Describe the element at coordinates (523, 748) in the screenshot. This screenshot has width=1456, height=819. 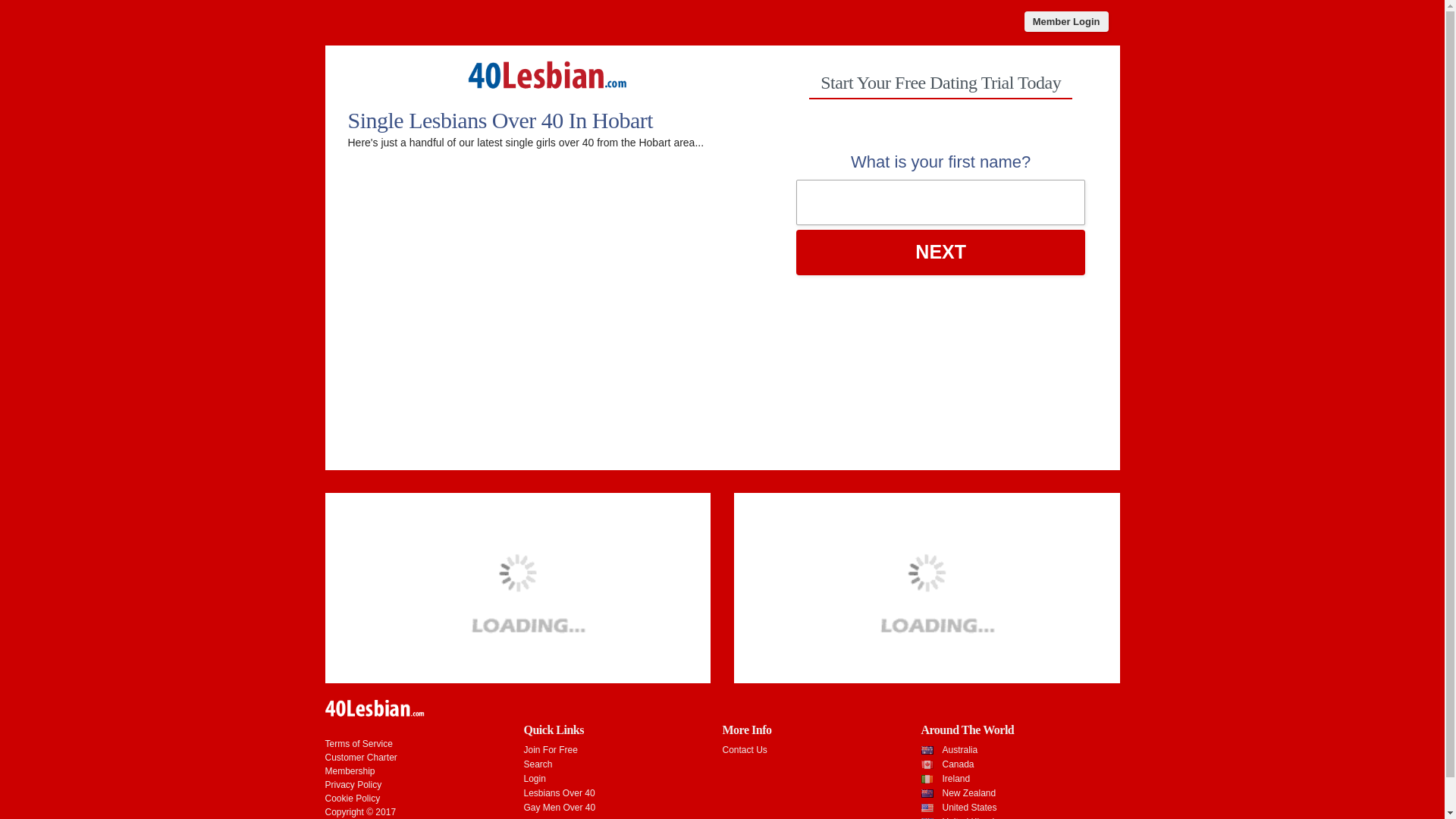
I see `'Join For Free'` at that location.